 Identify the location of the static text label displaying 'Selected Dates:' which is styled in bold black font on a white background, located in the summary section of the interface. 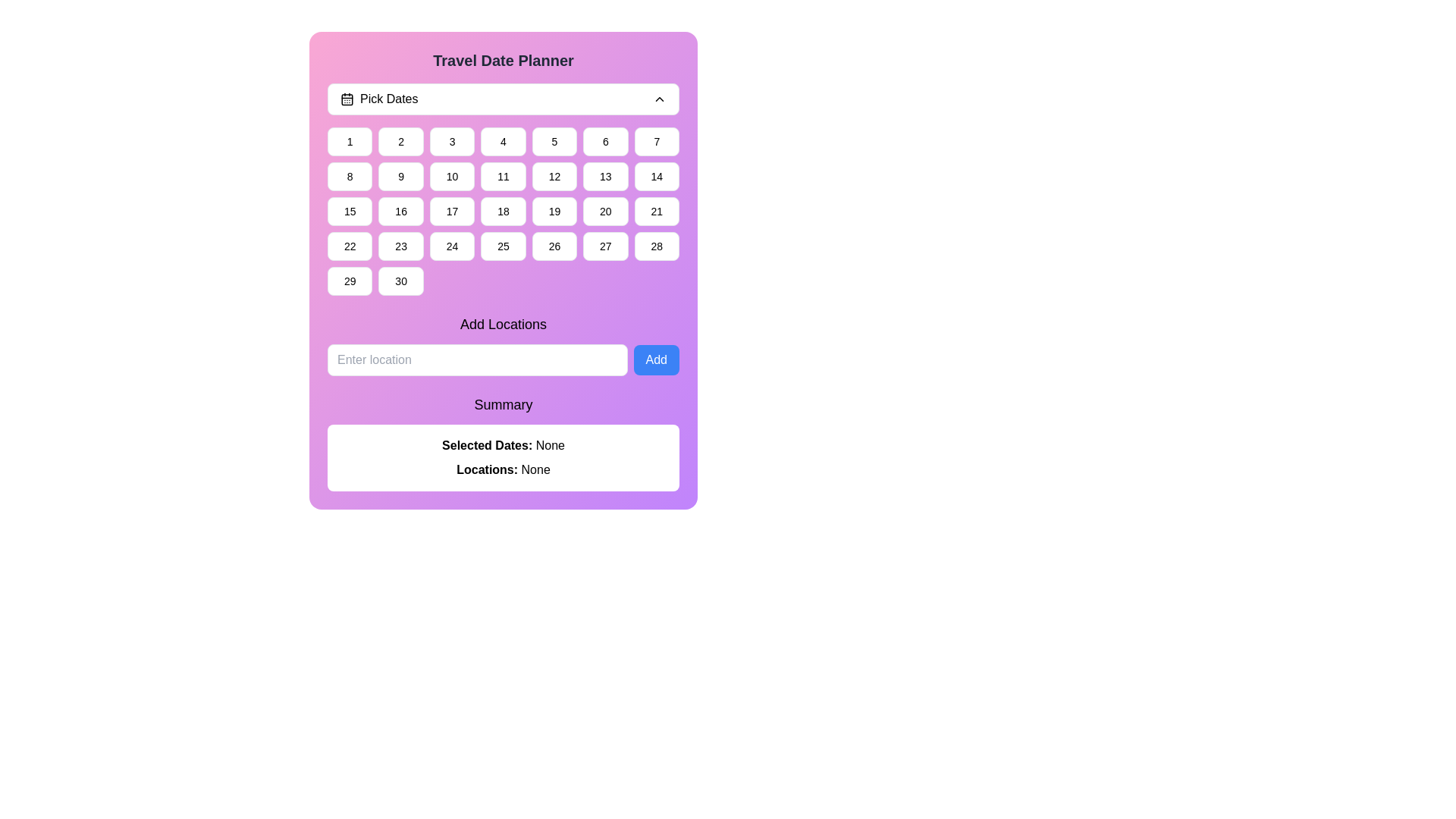
(488, 444).